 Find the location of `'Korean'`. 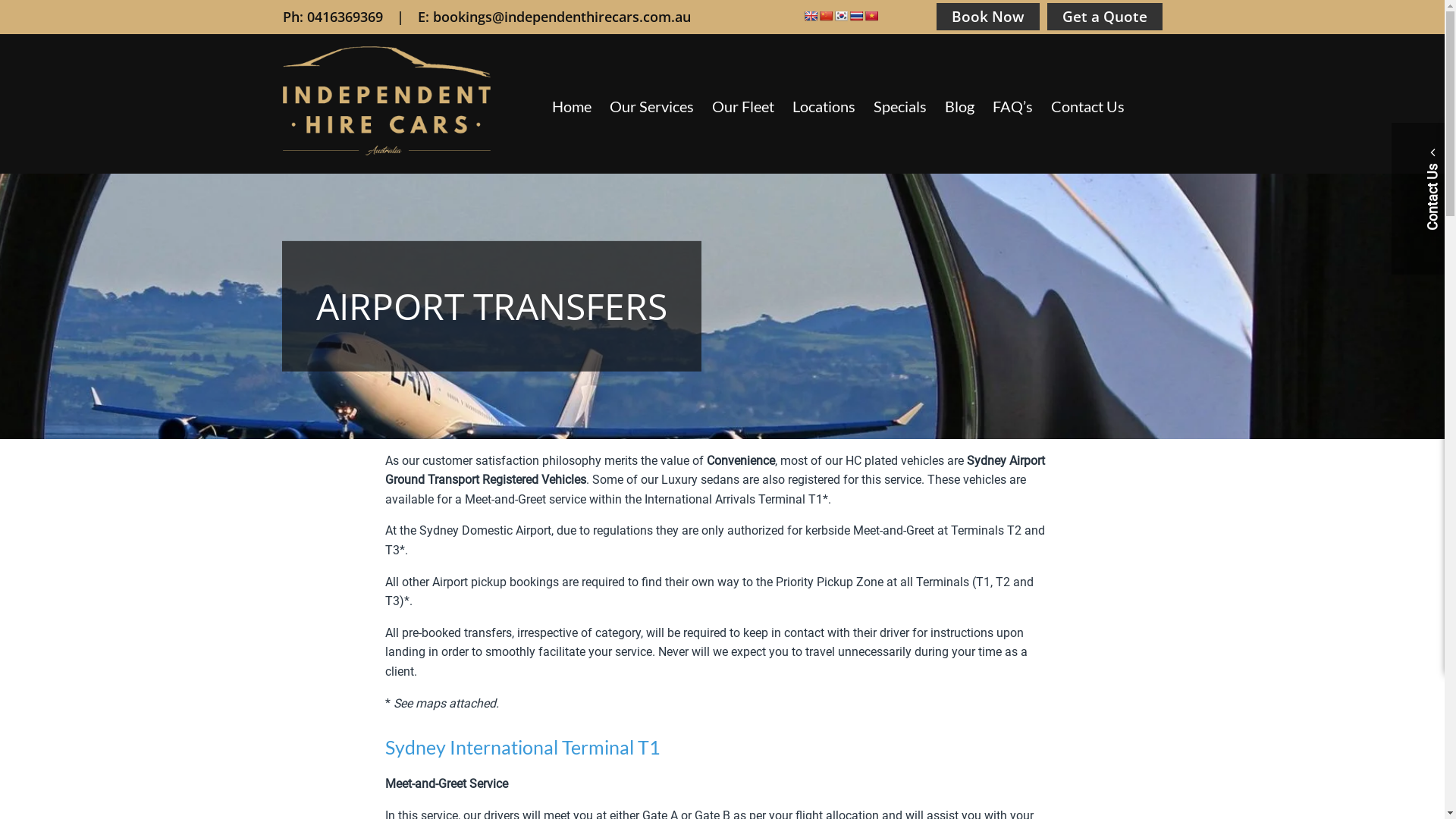

'Korean' is located at coordinates (839, 15).